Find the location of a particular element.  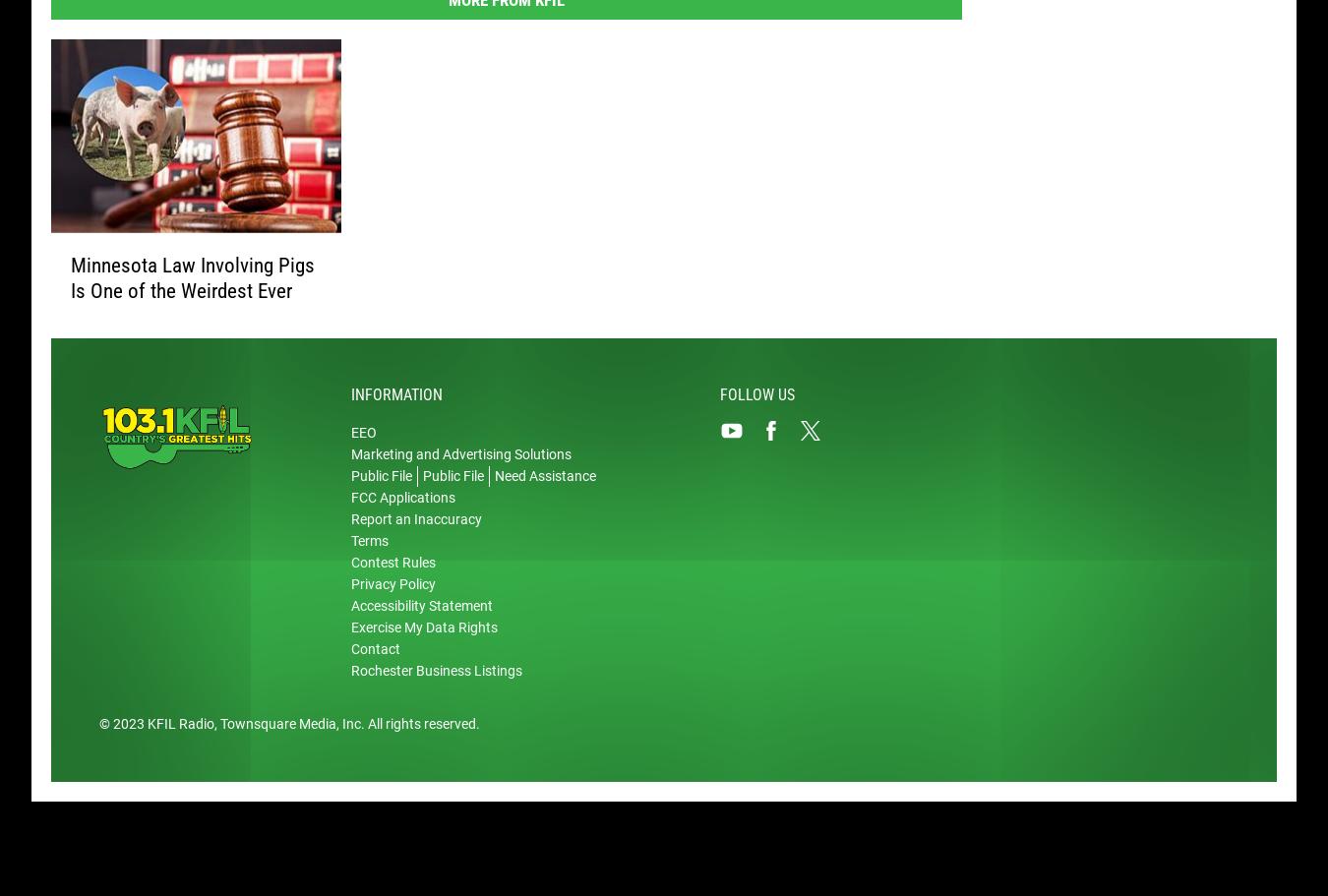

'. All rights reserved.' is located at coordinates (361, 726).